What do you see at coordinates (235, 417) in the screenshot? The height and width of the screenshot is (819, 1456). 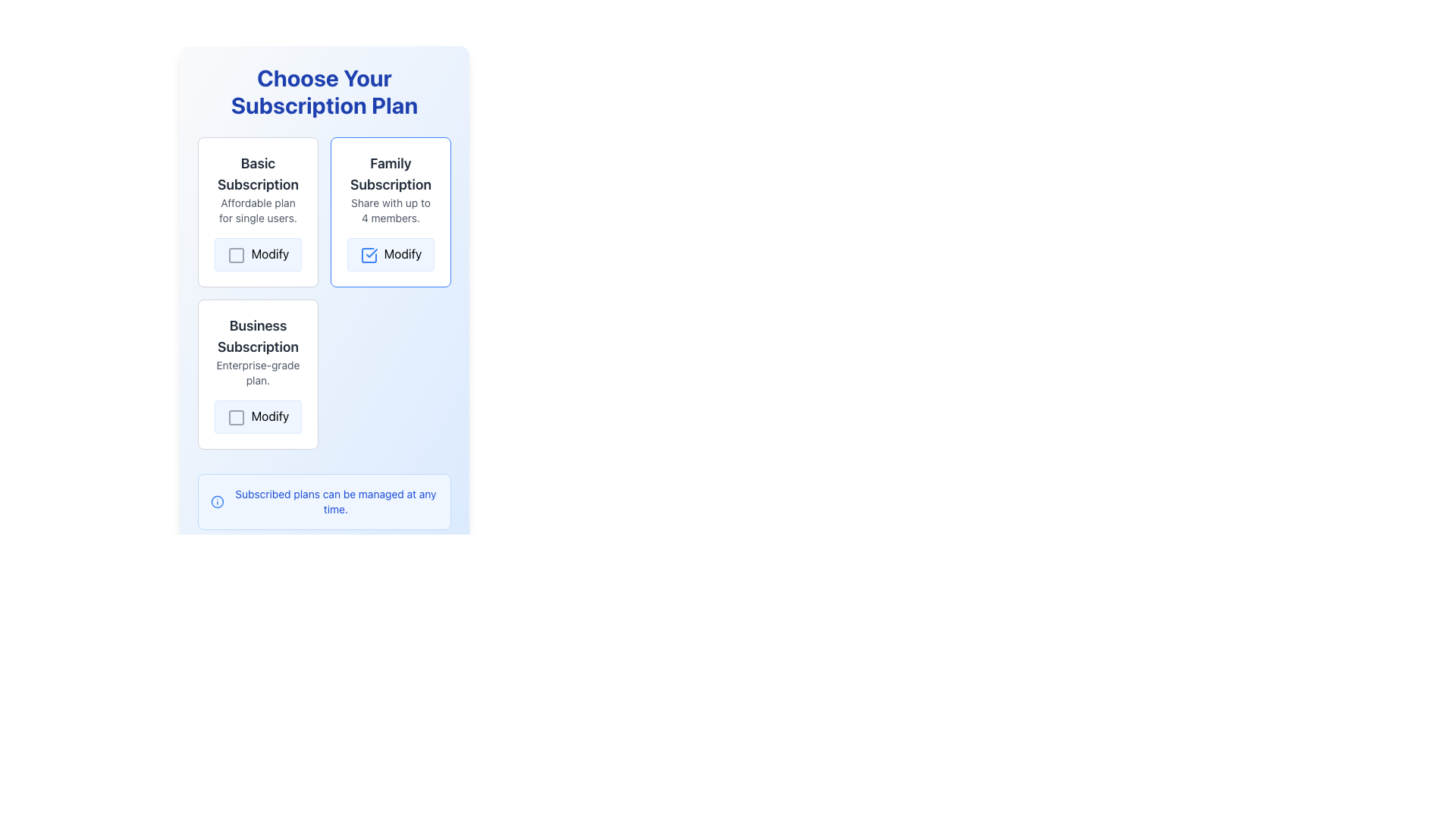 I see `the SVG Icon located in the bottom-left portion of the 'Modify' button for the 'Business Subscription' option` at bounding box center [235, 417].